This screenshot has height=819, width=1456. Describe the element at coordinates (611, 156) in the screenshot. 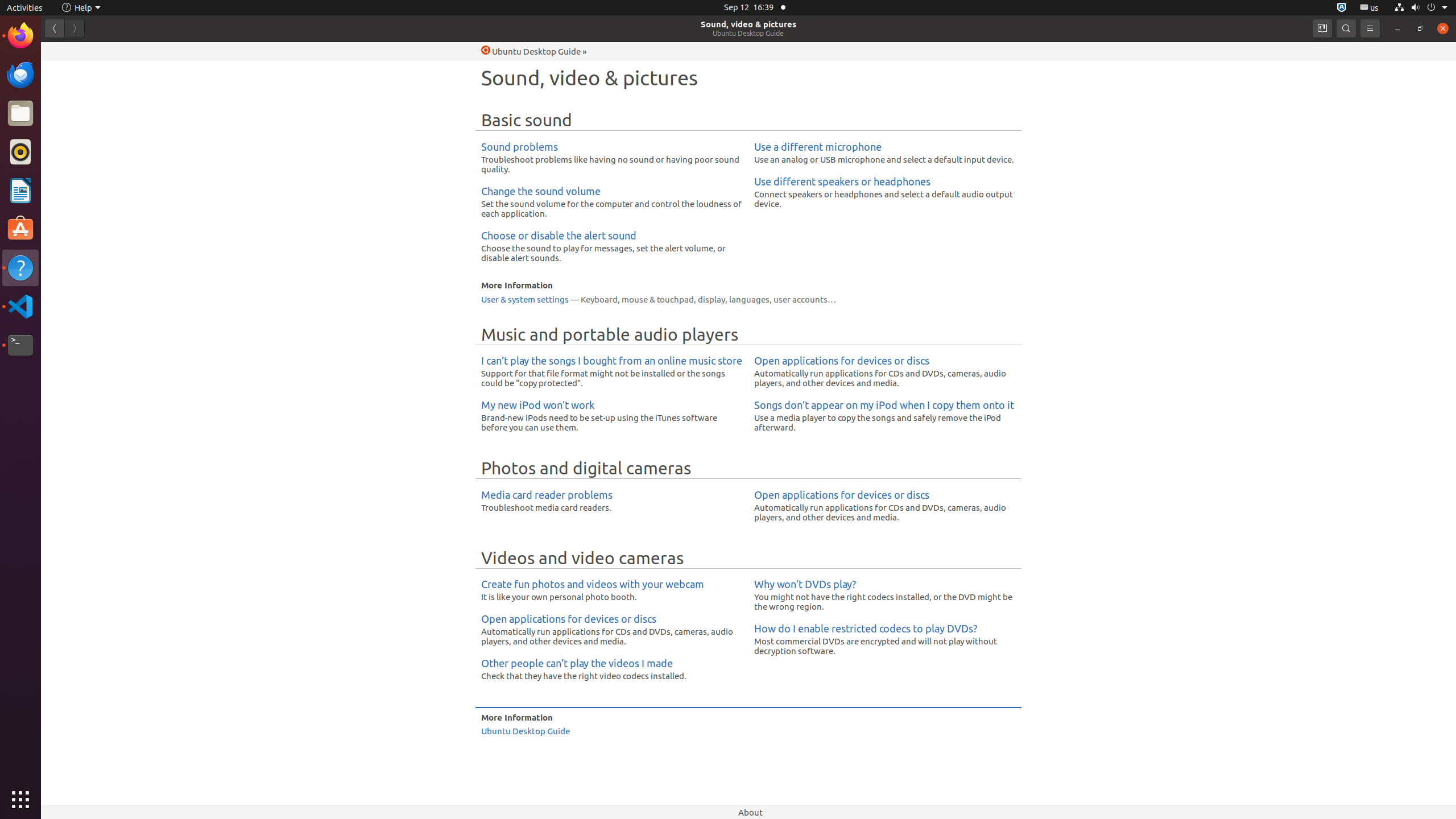

I see `'Sound problems Troubleshoot problems like having no sound or having poor sound quality.'` at that location.